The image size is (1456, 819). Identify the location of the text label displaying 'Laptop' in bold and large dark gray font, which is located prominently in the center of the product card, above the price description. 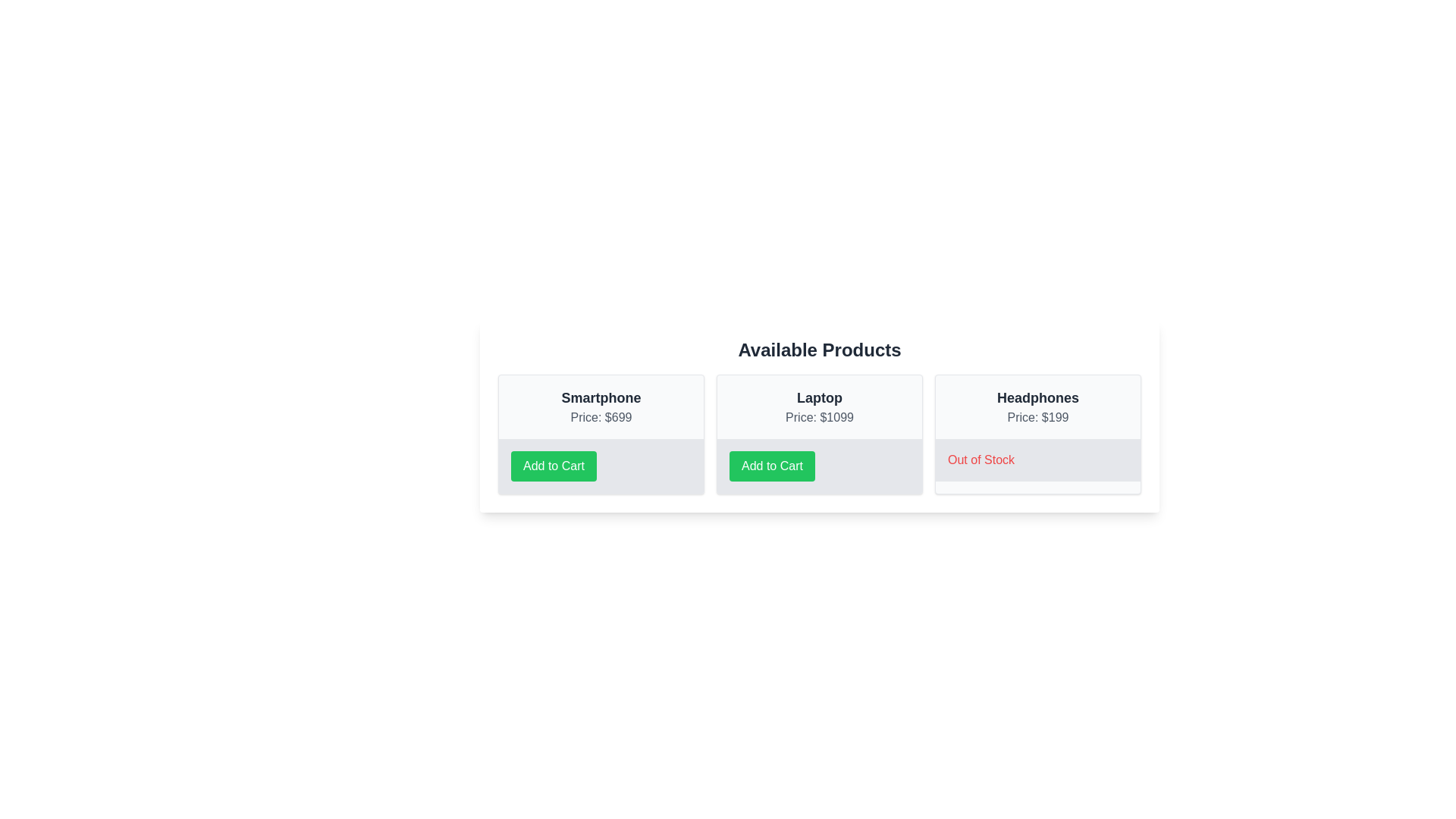
(818, 397).